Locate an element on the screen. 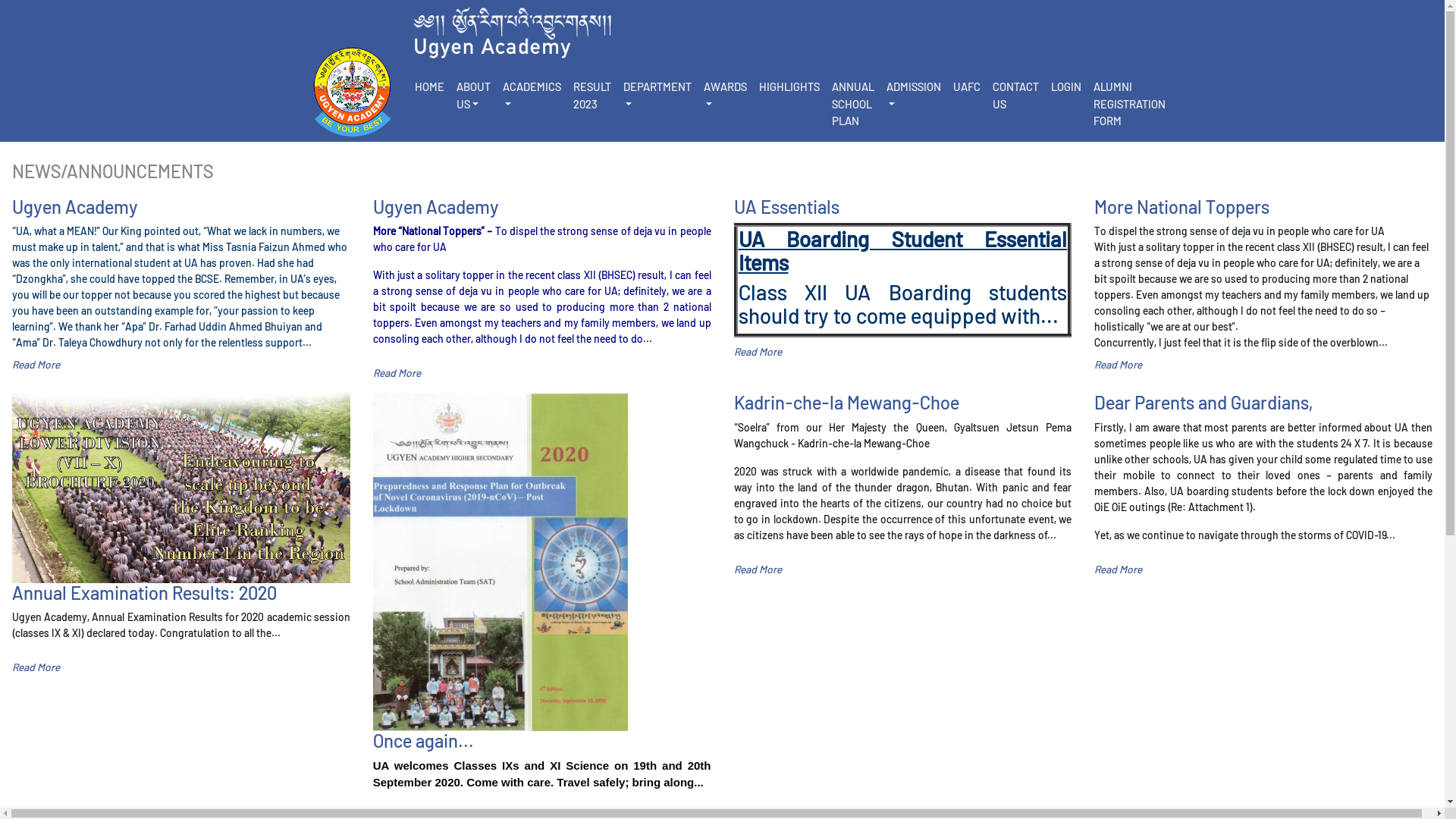 Image resolution: width=1456 pixels, height=819 pixels. 'DEPARTMENT' is located at coordinates (617, 95).